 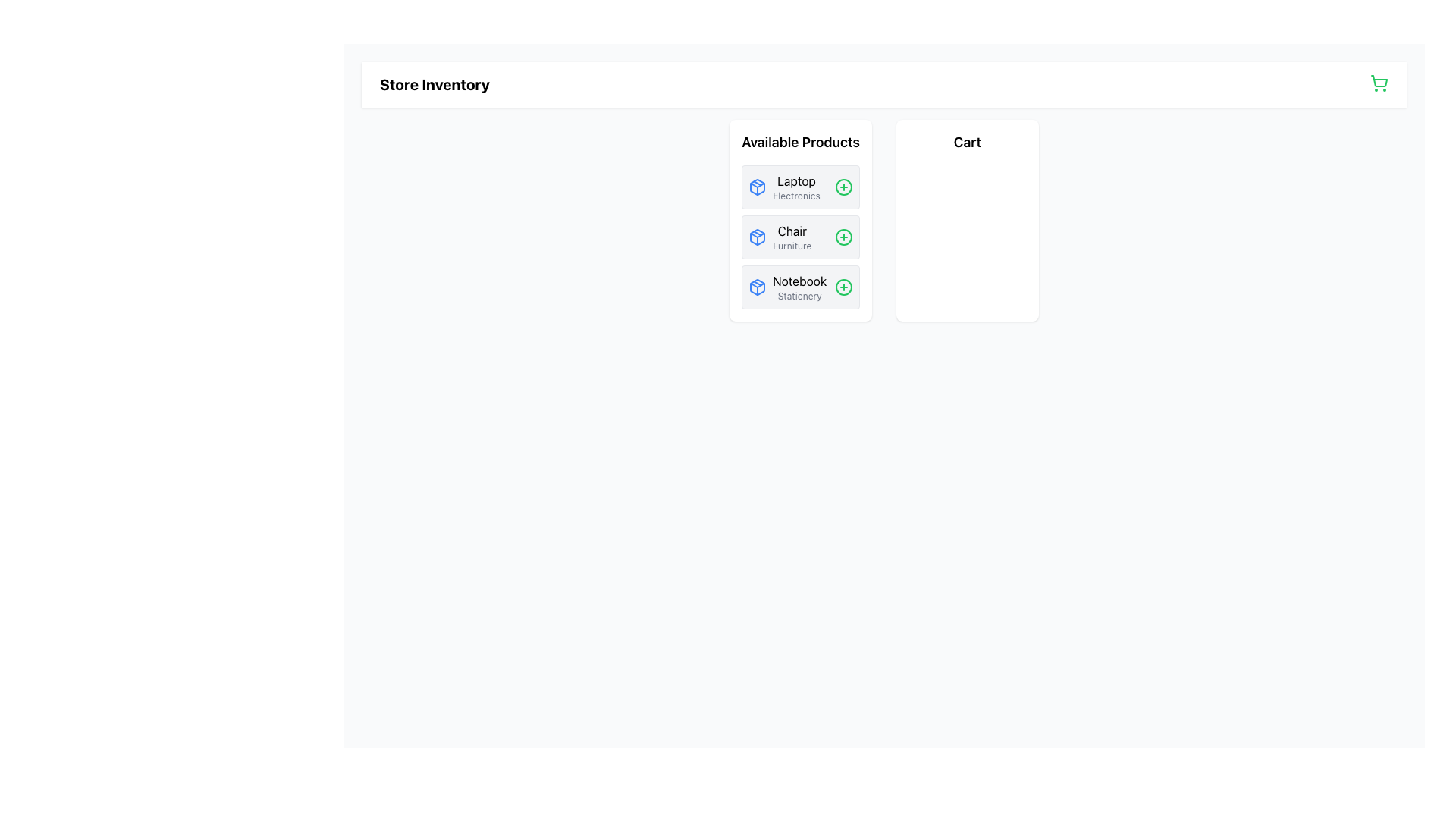 I want to click on the first icon in the 'Available Products' section that distinguishes the 'Laptop' category, so click(x=758, y=186).